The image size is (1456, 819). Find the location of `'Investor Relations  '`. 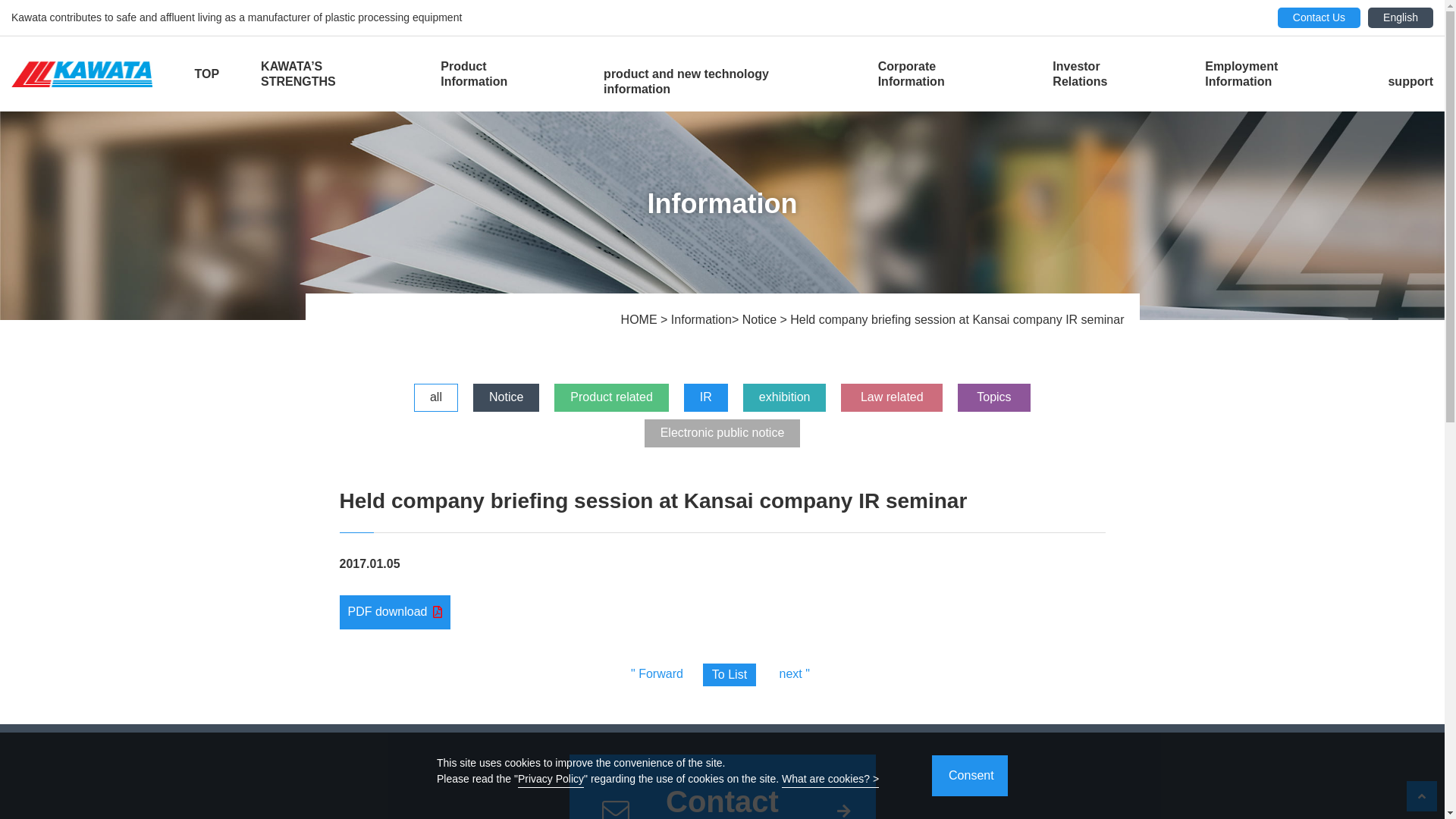

'Investor Relations  ' is located at coordinates (1107, 74).